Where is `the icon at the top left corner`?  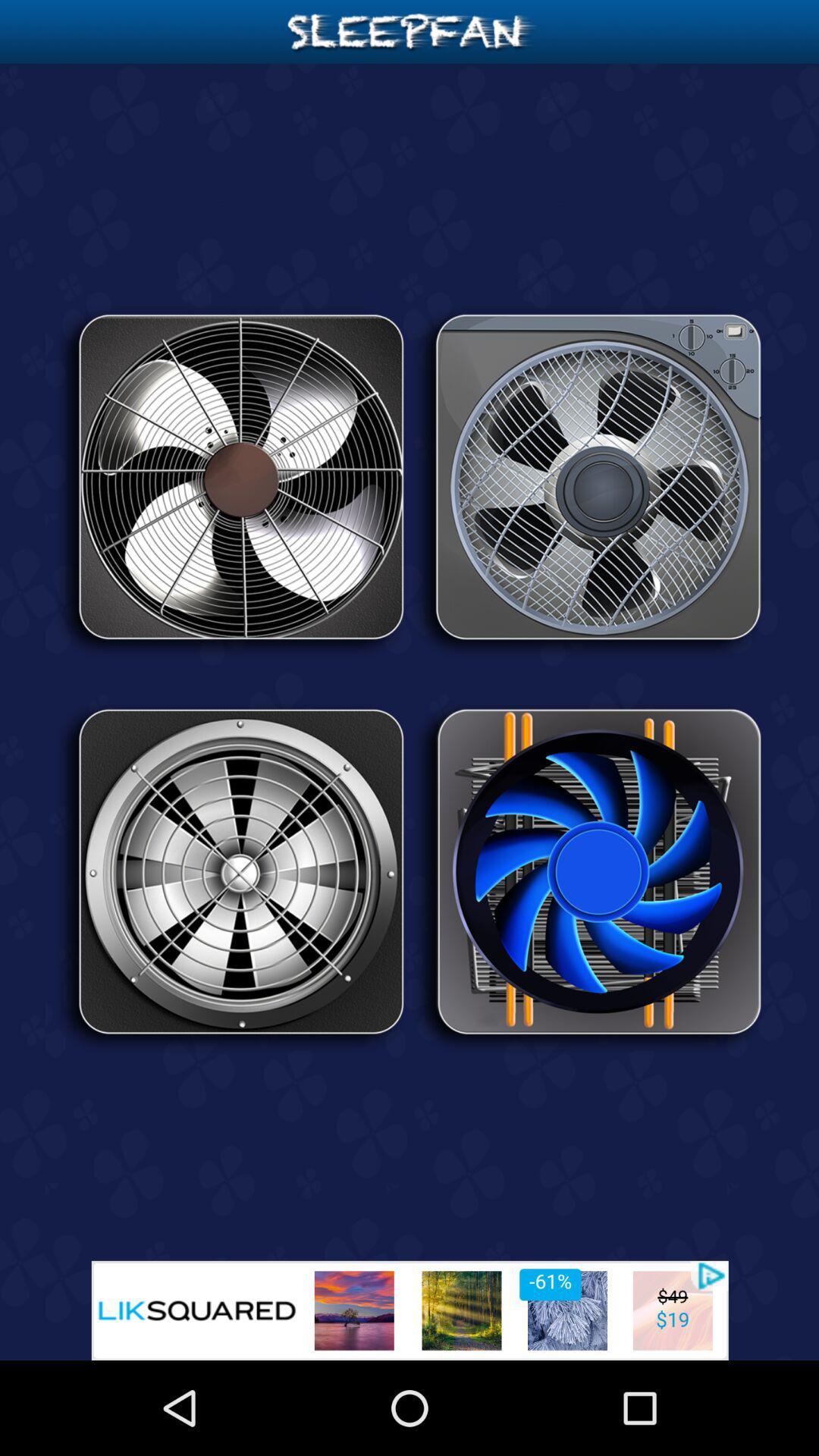
the icon at the top left corner is located at coordinates (231, 482).